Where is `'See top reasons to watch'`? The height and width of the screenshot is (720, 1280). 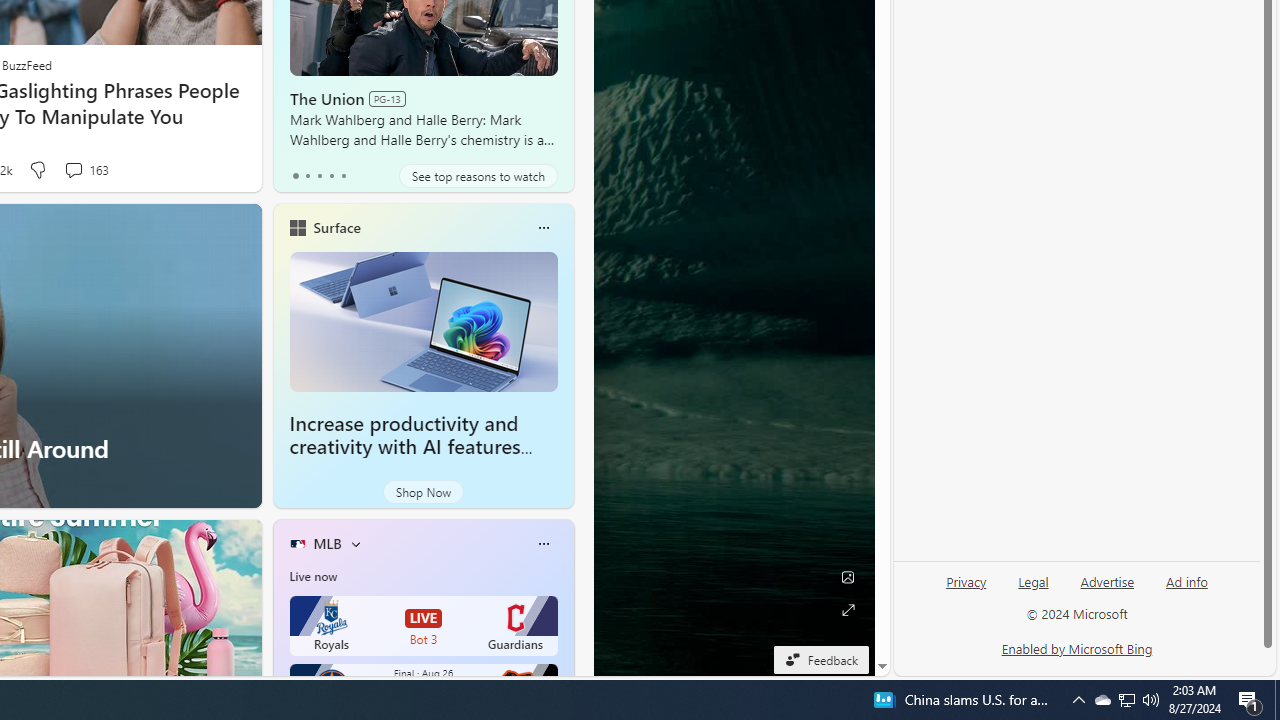
'See top reasons to watch' is located at coordinates (477, 175).